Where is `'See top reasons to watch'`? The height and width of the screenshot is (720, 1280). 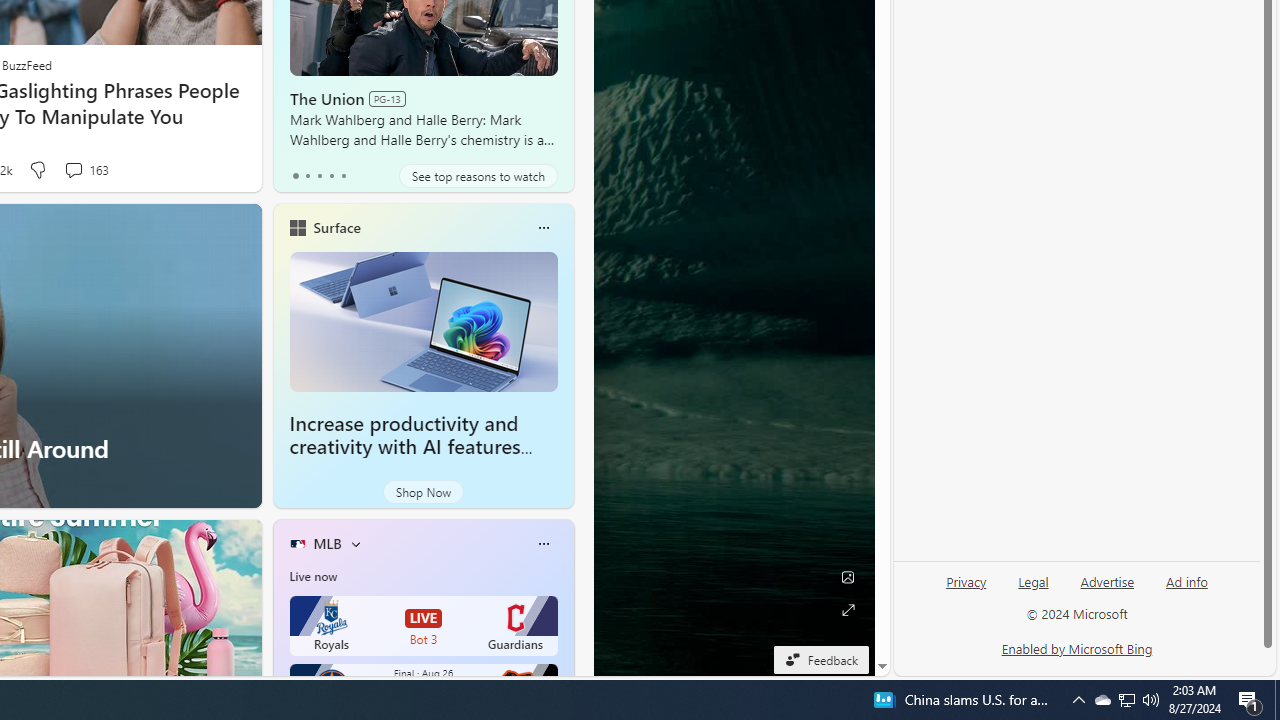
'See top reasons to watch' is located at coordinates (477, 175).